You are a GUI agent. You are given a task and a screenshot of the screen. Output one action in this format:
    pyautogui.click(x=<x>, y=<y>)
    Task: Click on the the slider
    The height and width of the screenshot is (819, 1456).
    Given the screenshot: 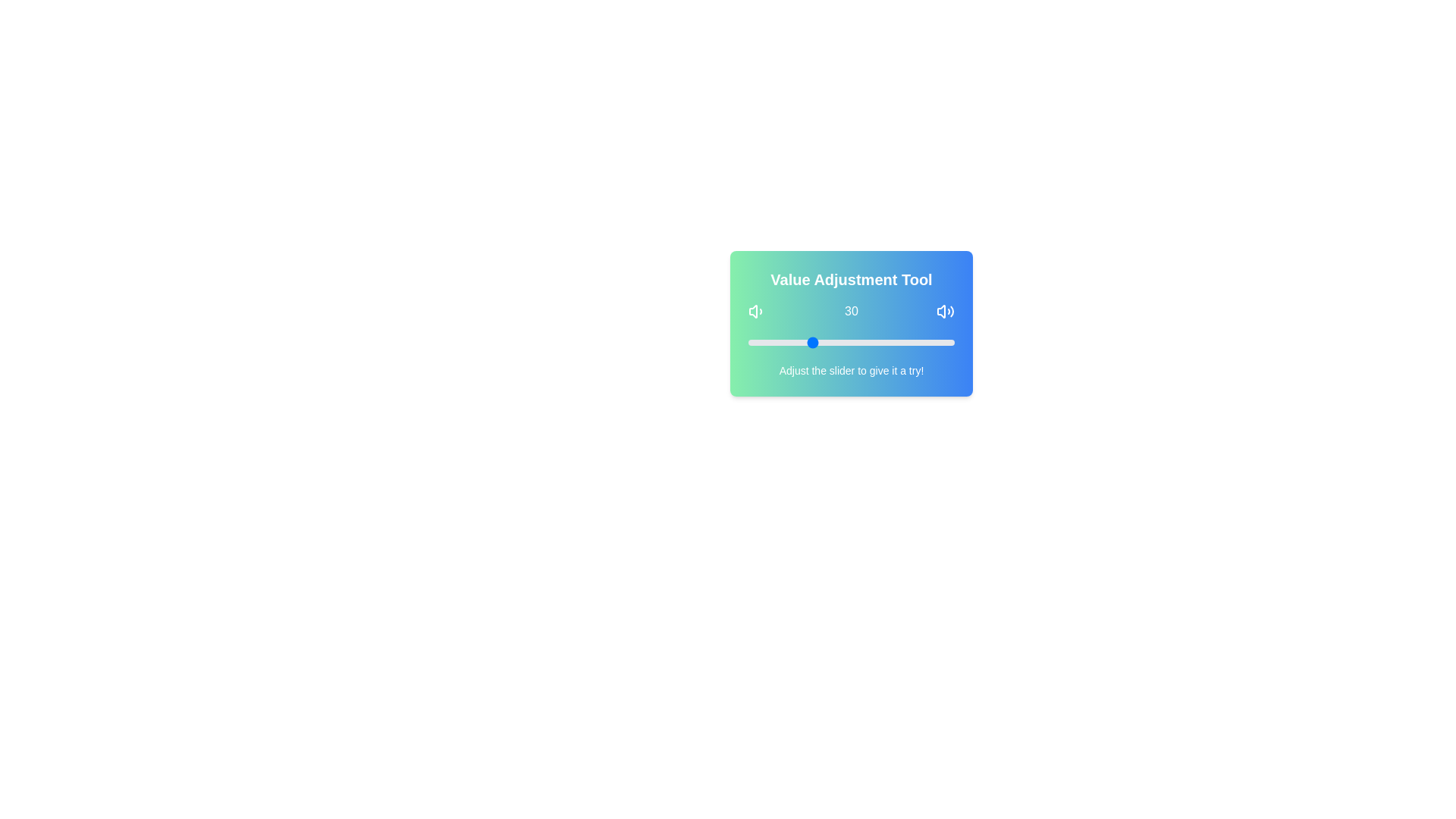 What is the action you would take?
    pyautogui.click(x=815, y=342)
    